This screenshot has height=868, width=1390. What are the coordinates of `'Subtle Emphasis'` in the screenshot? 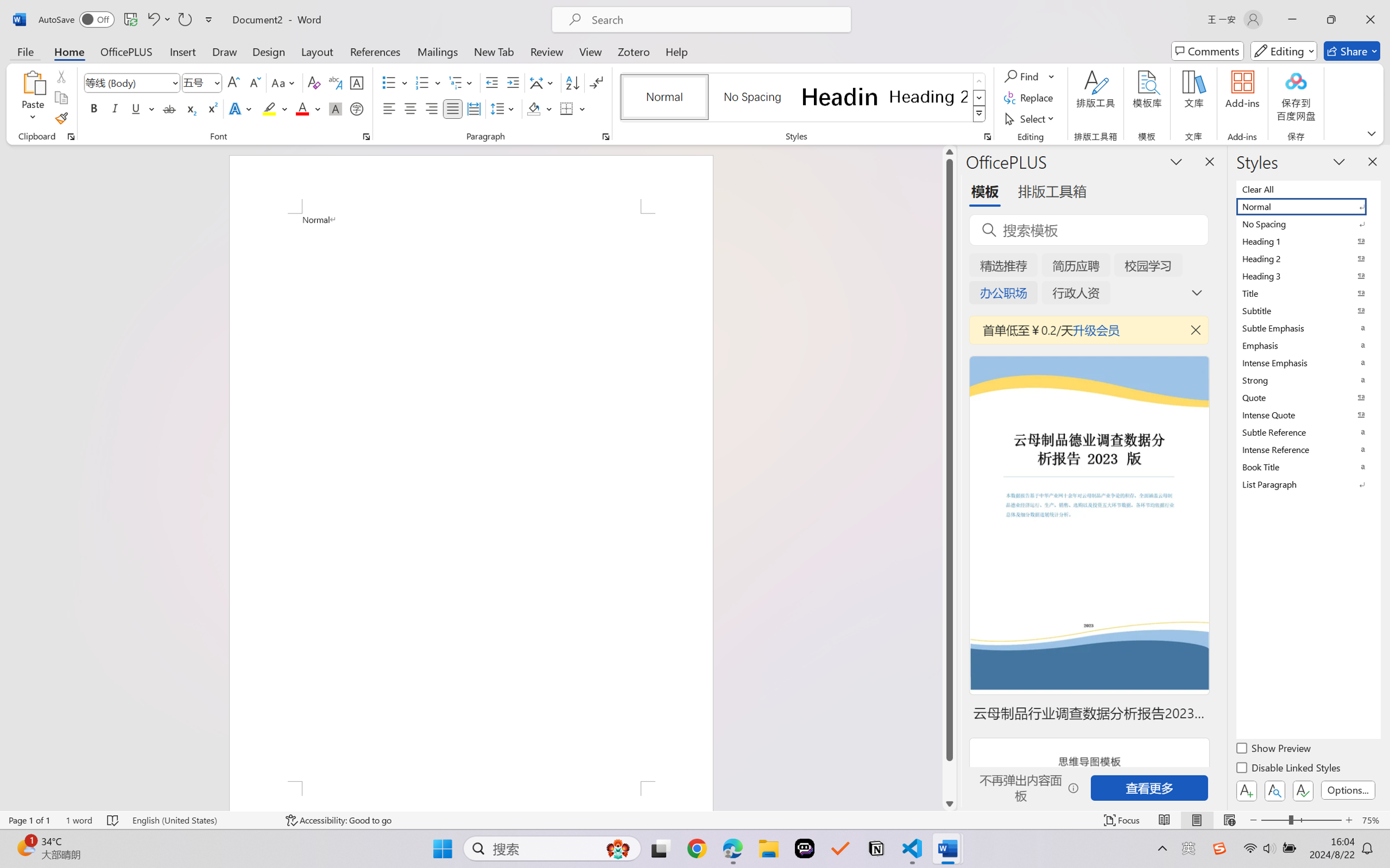 It's located at (1307, 327).